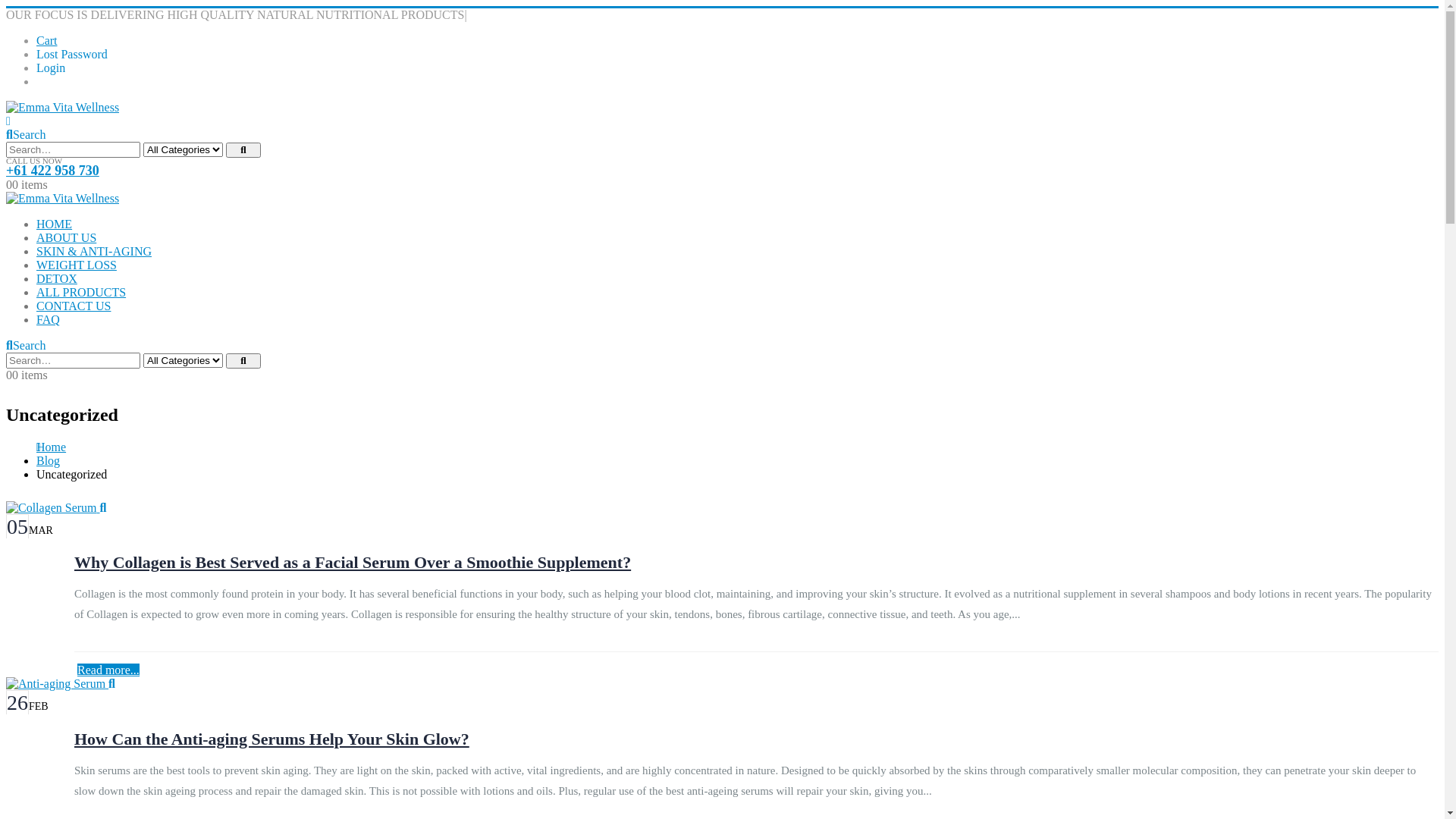  Describe the element at coordinates (52, 170) in the screenshot. I see `'+61 422 958 730'` at that location.